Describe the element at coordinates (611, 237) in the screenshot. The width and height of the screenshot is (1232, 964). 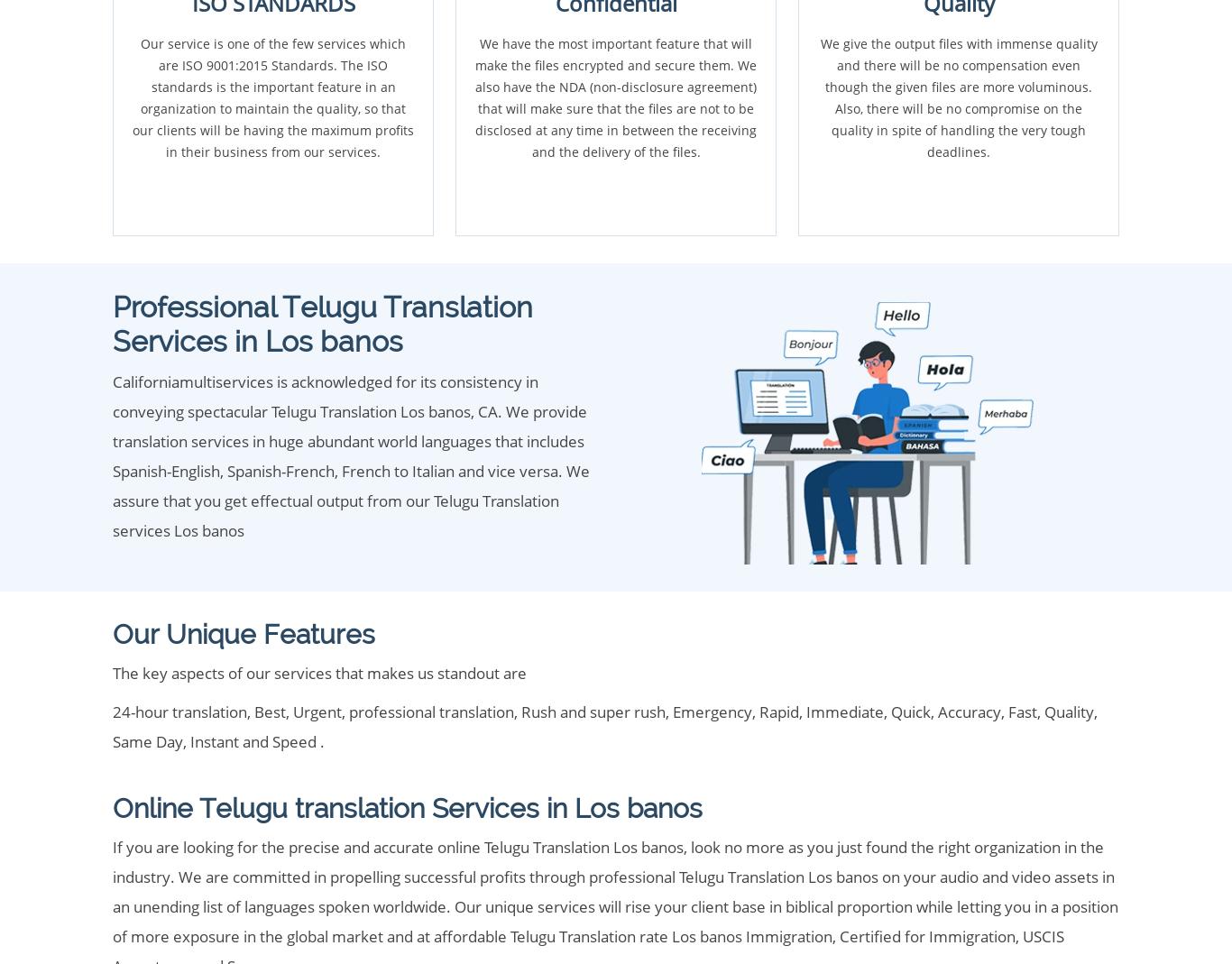
I see `'From the vast global locations, we have registered our strong presence in various parts of the world including the major locations that are listed below'` at that location.